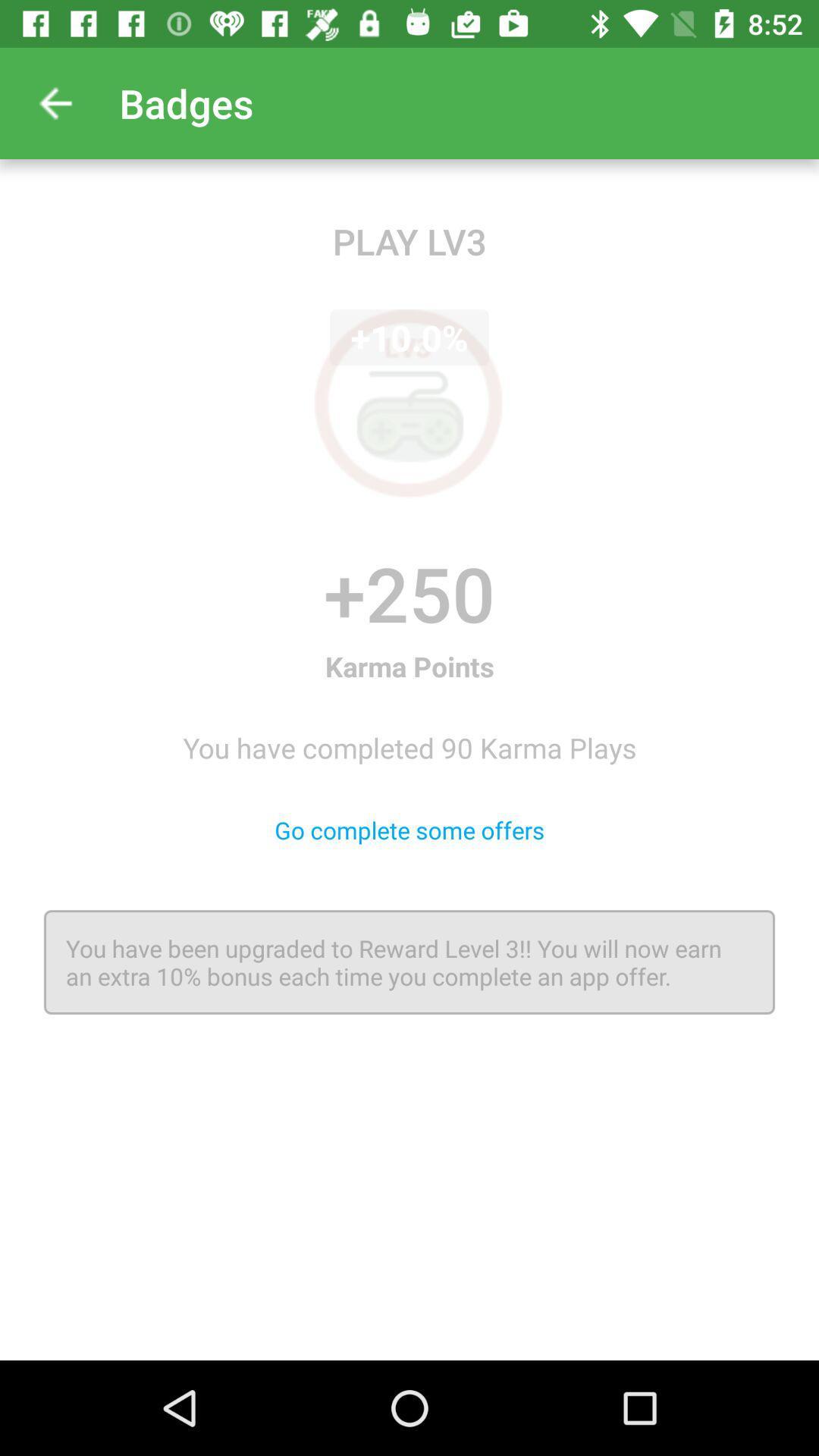 The image size is (819, 1456). I want to click on icon below you have completed, so click(409, 829).